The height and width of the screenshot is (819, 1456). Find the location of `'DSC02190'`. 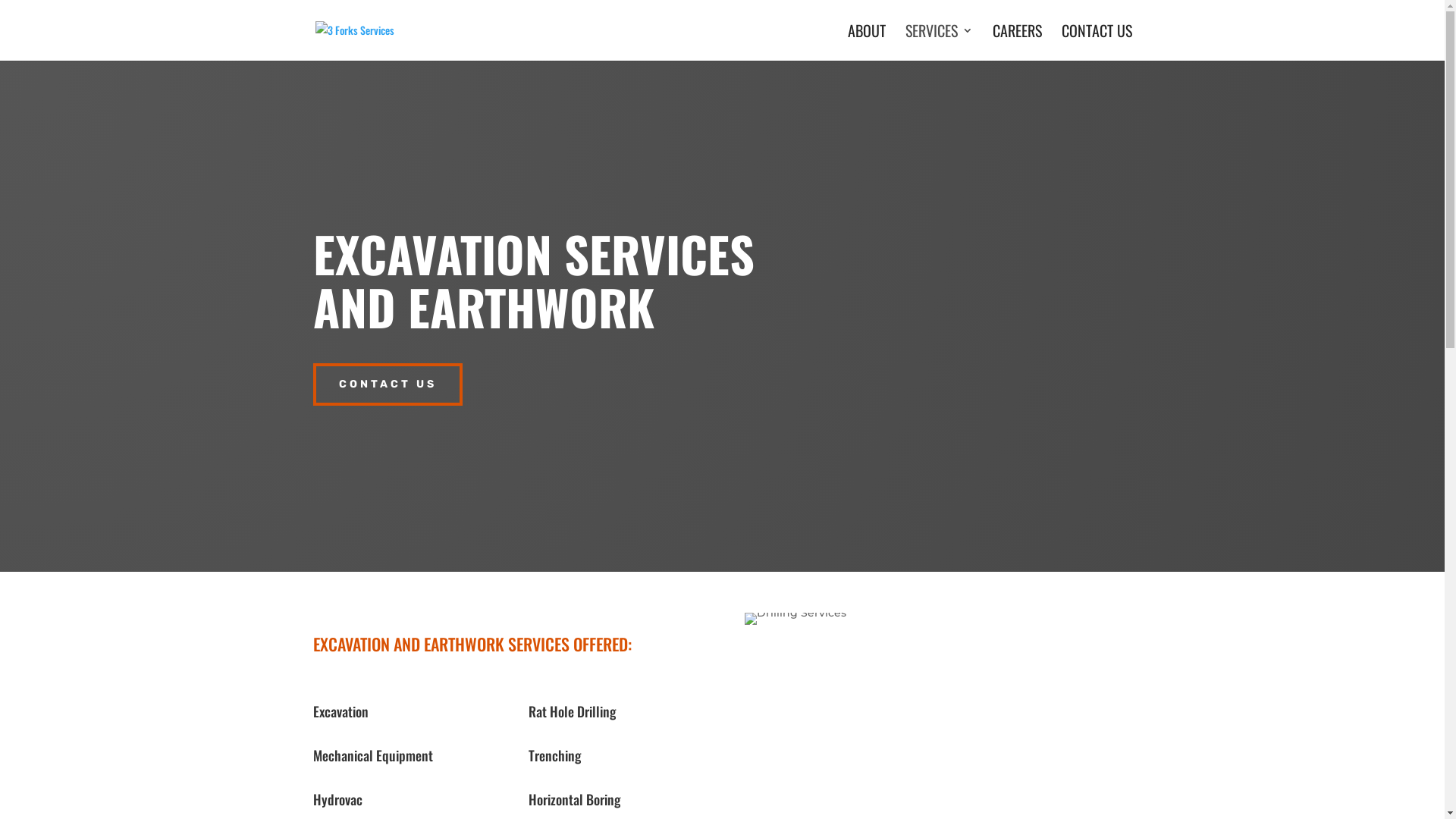

'DSC02190' is located at coordinates (795, 619).